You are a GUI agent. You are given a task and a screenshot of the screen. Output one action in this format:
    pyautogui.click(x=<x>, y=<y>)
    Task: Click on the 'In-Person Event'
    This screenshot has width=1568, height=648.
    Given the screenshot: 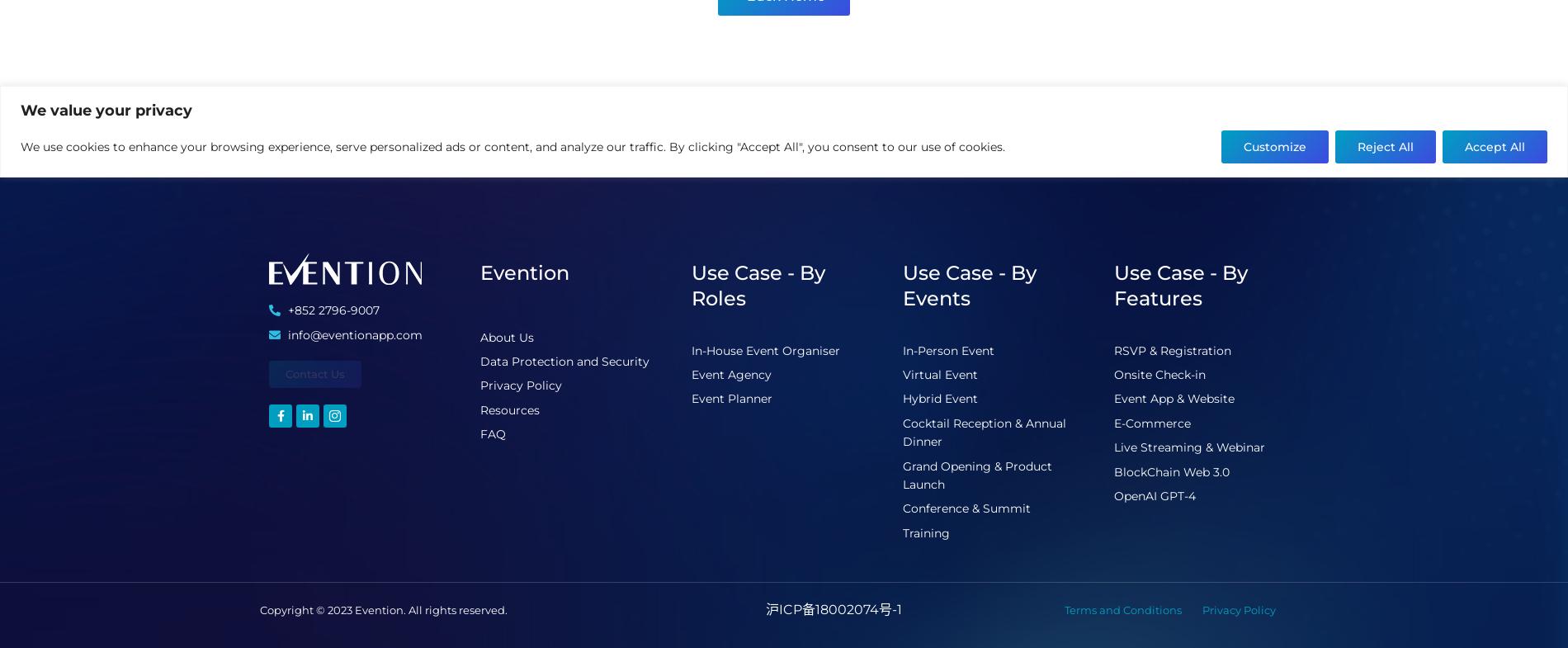 What is the action you would take?
    pyautogui.click(x=903, y=349)
    